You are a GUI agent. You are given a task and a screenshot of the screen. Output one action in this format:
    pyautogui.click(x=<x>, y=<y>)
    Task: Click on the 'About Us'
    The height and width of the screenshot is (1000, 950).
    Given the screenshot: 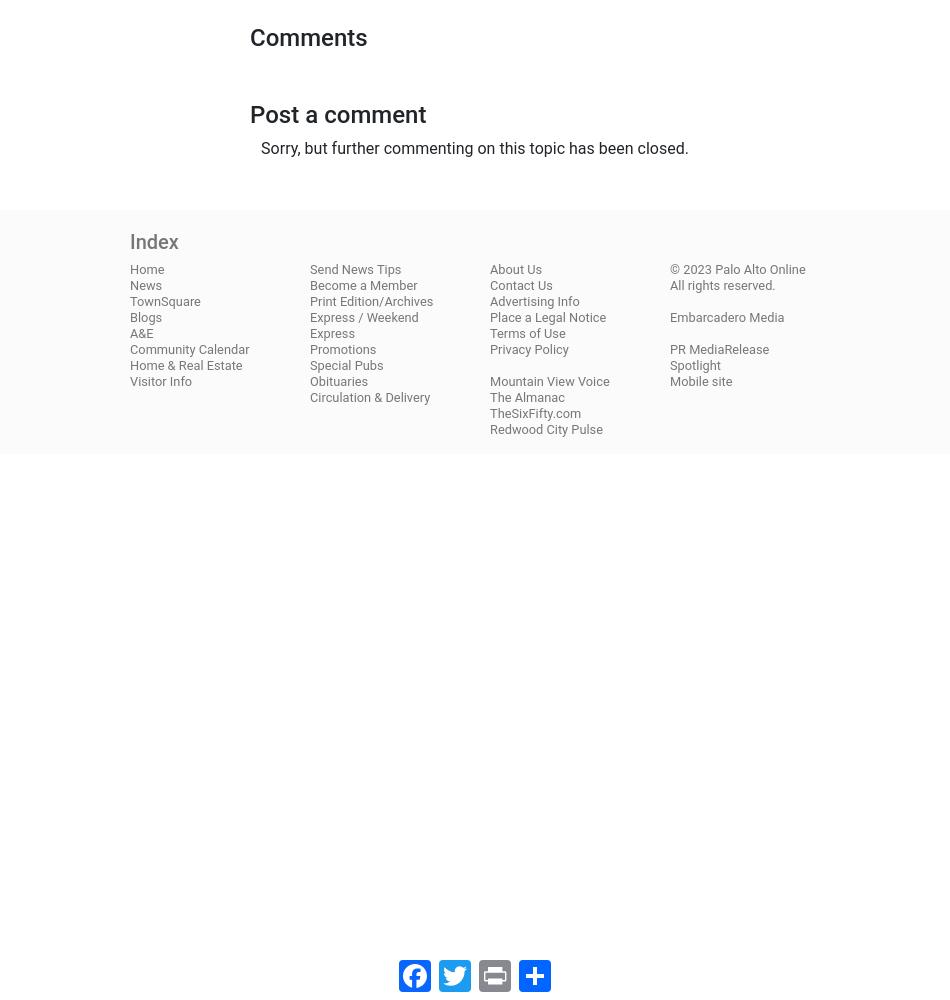 What is the action you would take?
    pyautogui.click(x=516, y=268)
    